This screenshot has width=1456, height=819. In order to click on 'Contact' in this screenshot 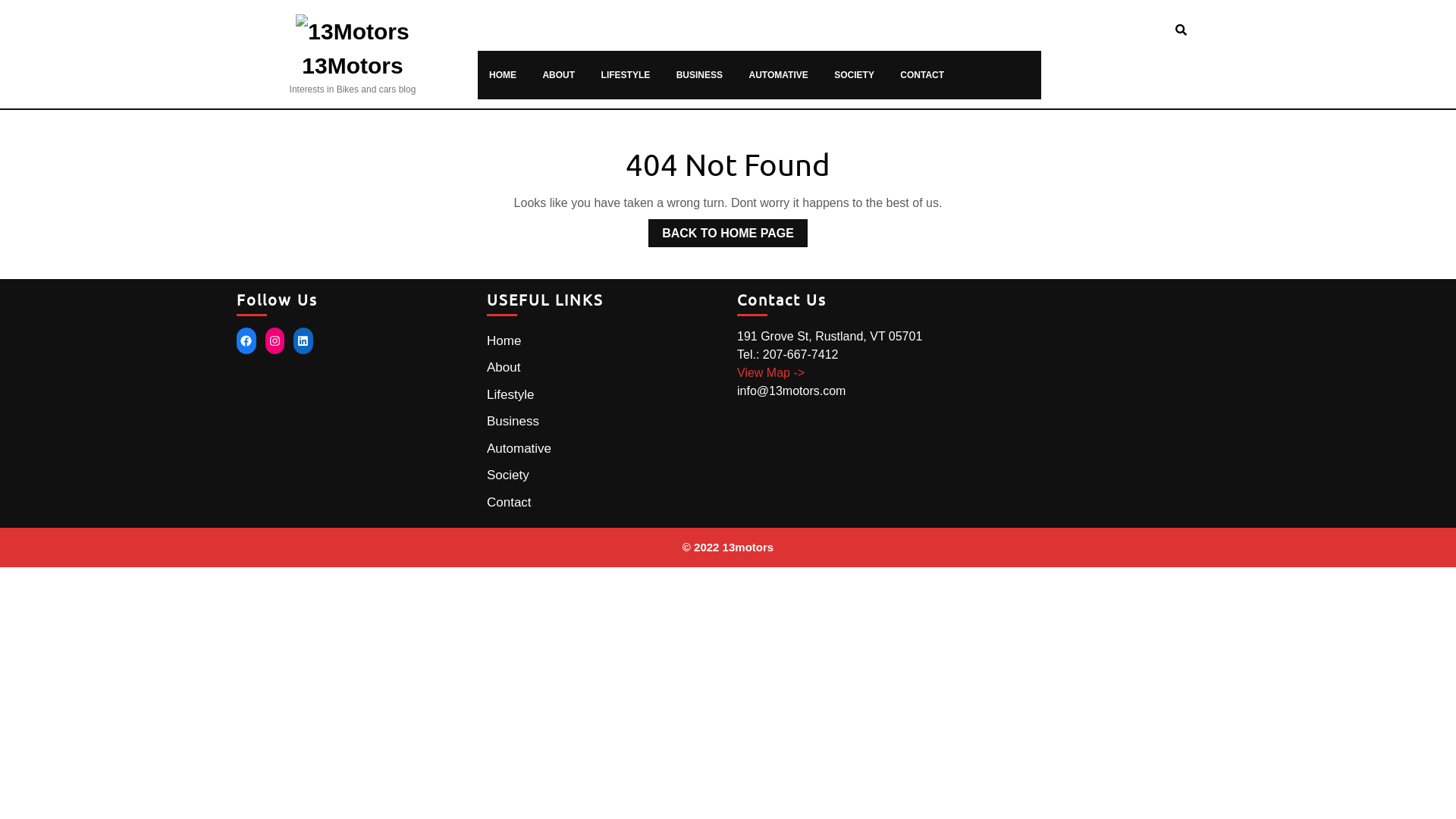, I will do `click(509, 502)`.